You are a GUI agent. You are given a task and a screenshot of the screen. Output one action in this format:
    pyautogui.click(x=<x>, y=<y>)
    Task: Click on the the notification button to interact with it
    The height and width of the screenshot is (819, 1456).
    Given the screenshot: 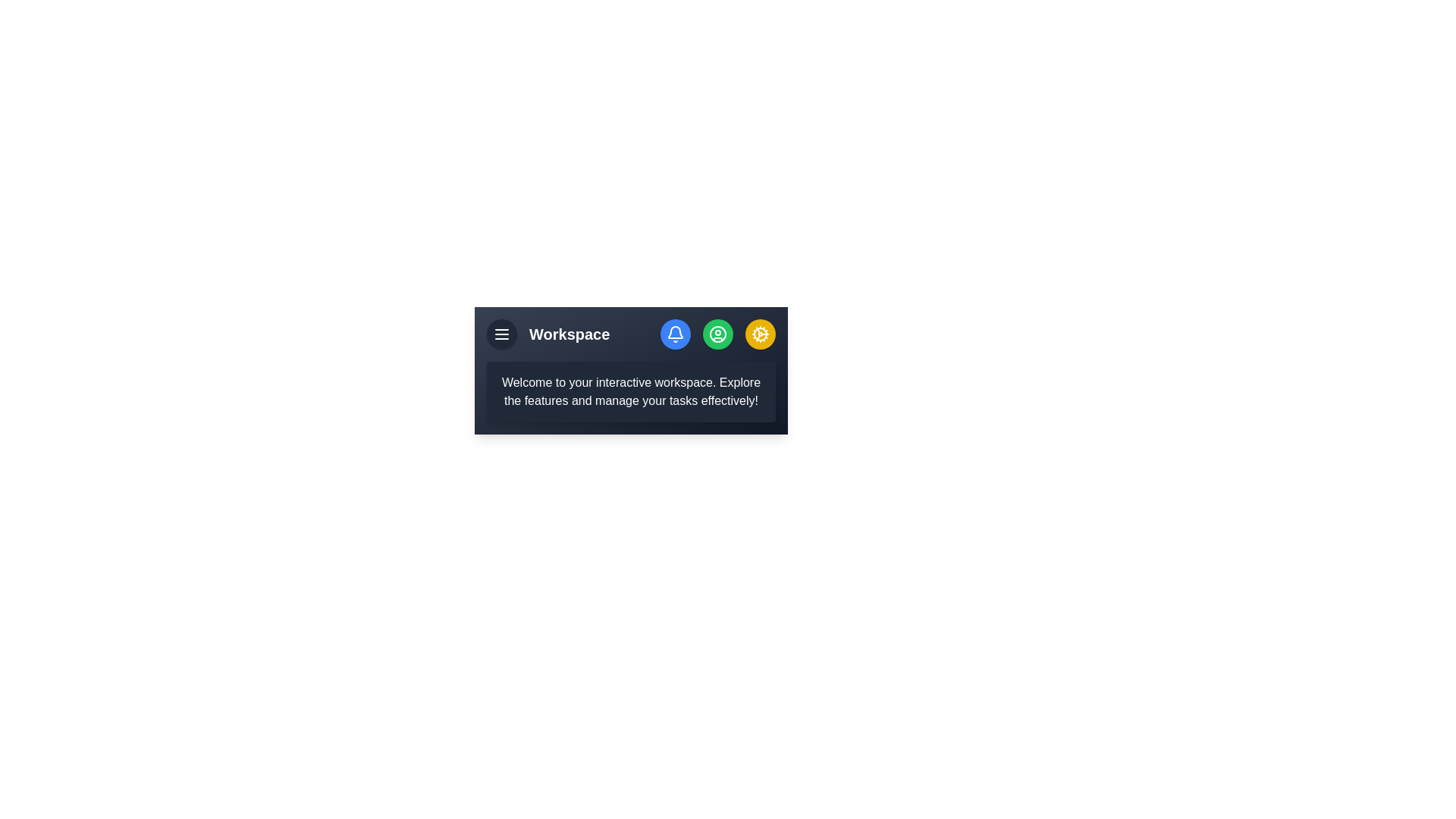 What is the action you would take?
    pyautogui.click(x=675, y=333)
    